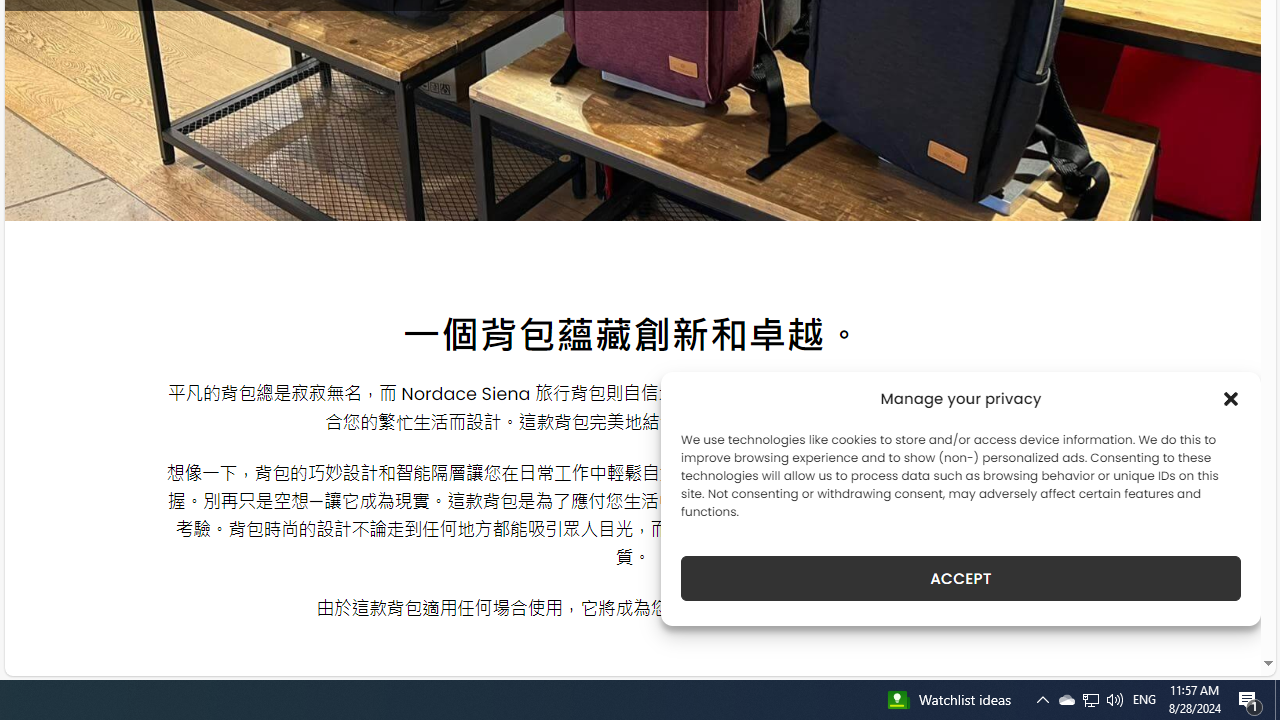 This screenshot has height=720, width=1280. What do you see at coordinates (1230, 398) in the screenshot?
I see `'Class: cmplz-close'` at bounding box center [1230, 398].